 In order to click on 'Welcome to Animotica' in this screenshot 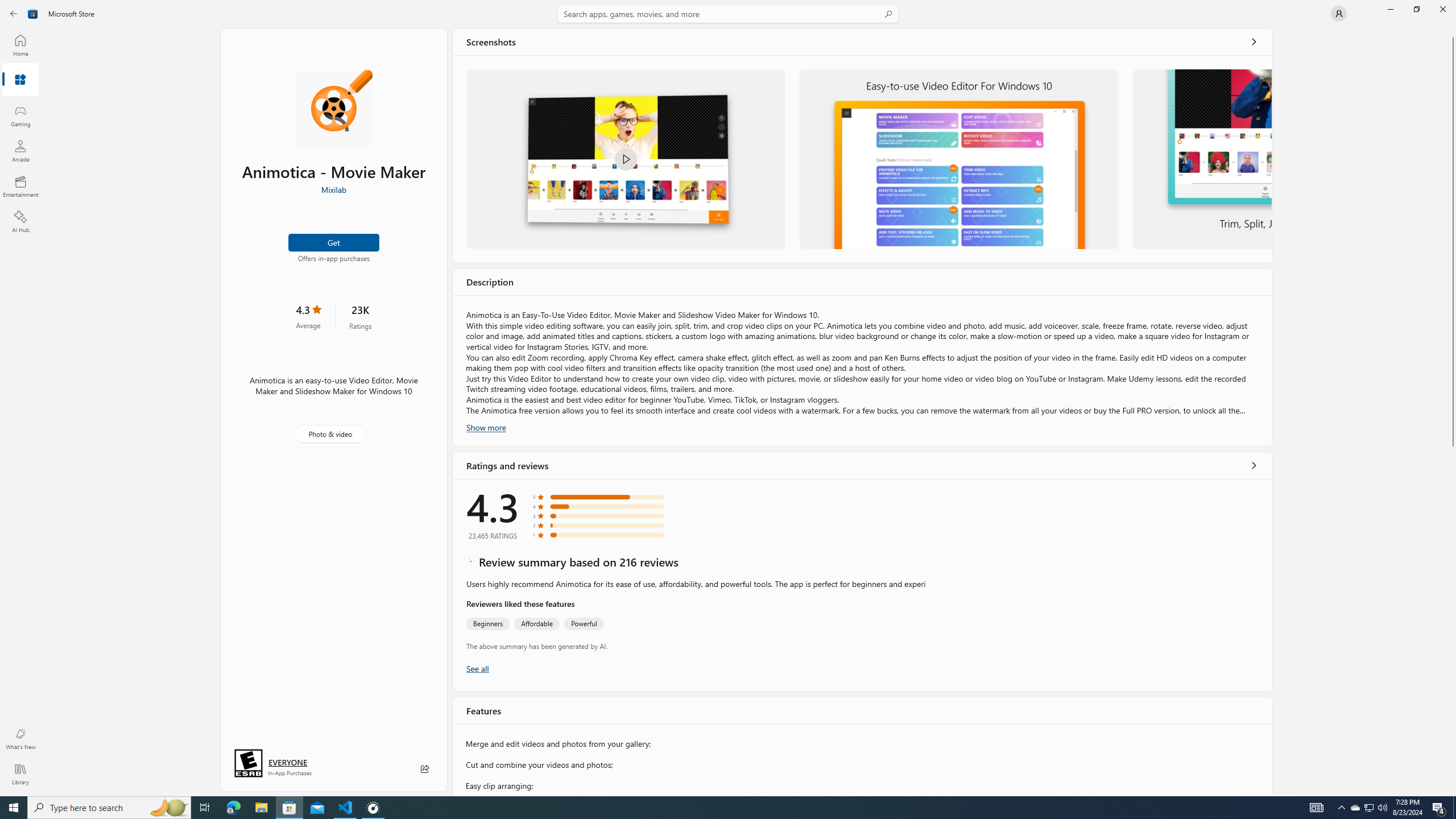, I will do `click(624, 159)`.